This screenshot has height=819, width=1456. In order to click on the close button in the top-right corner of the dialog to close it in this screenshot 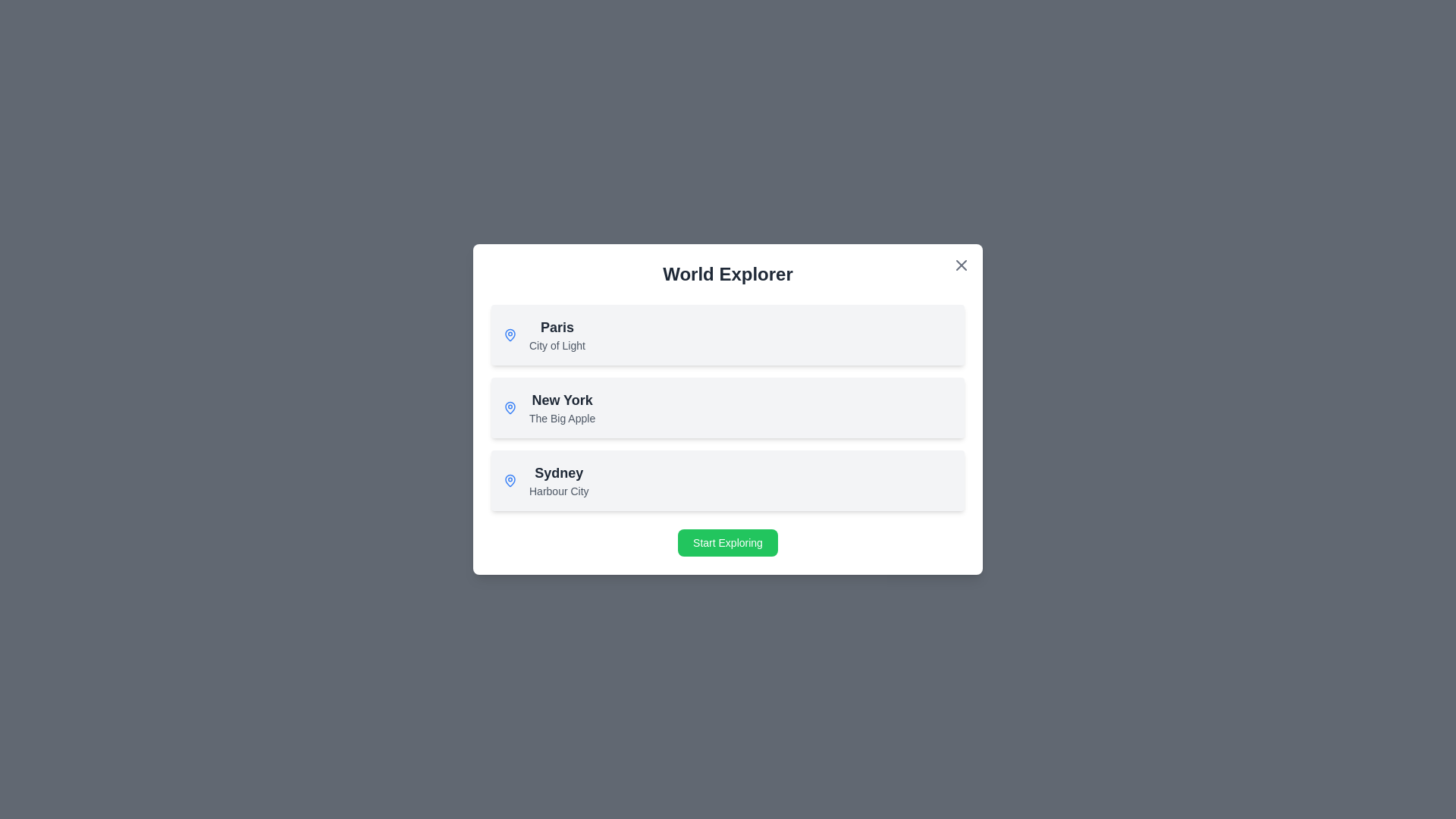, I will do `click(960, 265)`.